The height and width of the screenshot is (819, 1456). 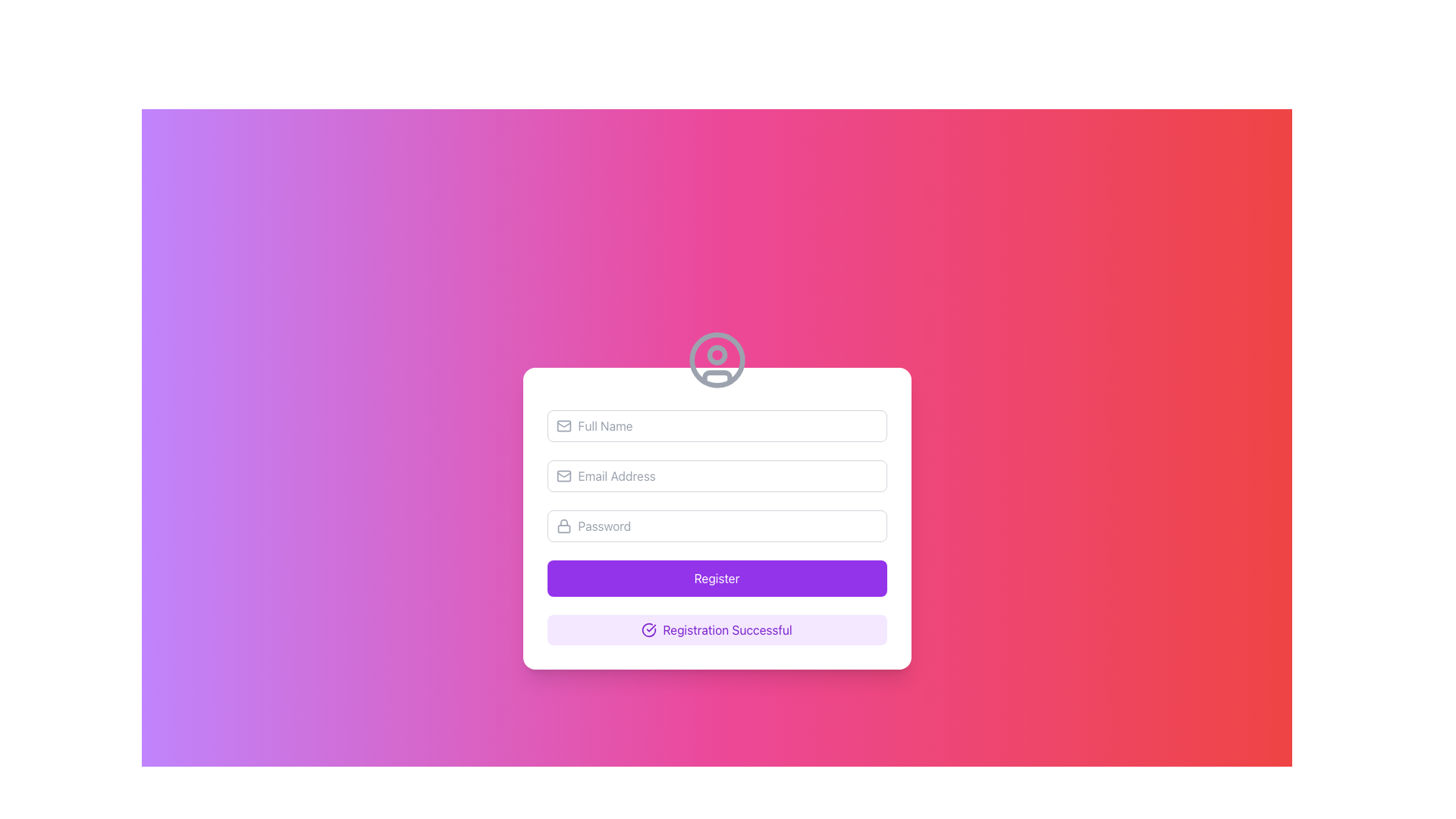 What do you see at coordinates (716, 475) in the screenshot?
I see `the email input field by clicking within it to enter the user's email address during registration` at bounding box center [716, 475].